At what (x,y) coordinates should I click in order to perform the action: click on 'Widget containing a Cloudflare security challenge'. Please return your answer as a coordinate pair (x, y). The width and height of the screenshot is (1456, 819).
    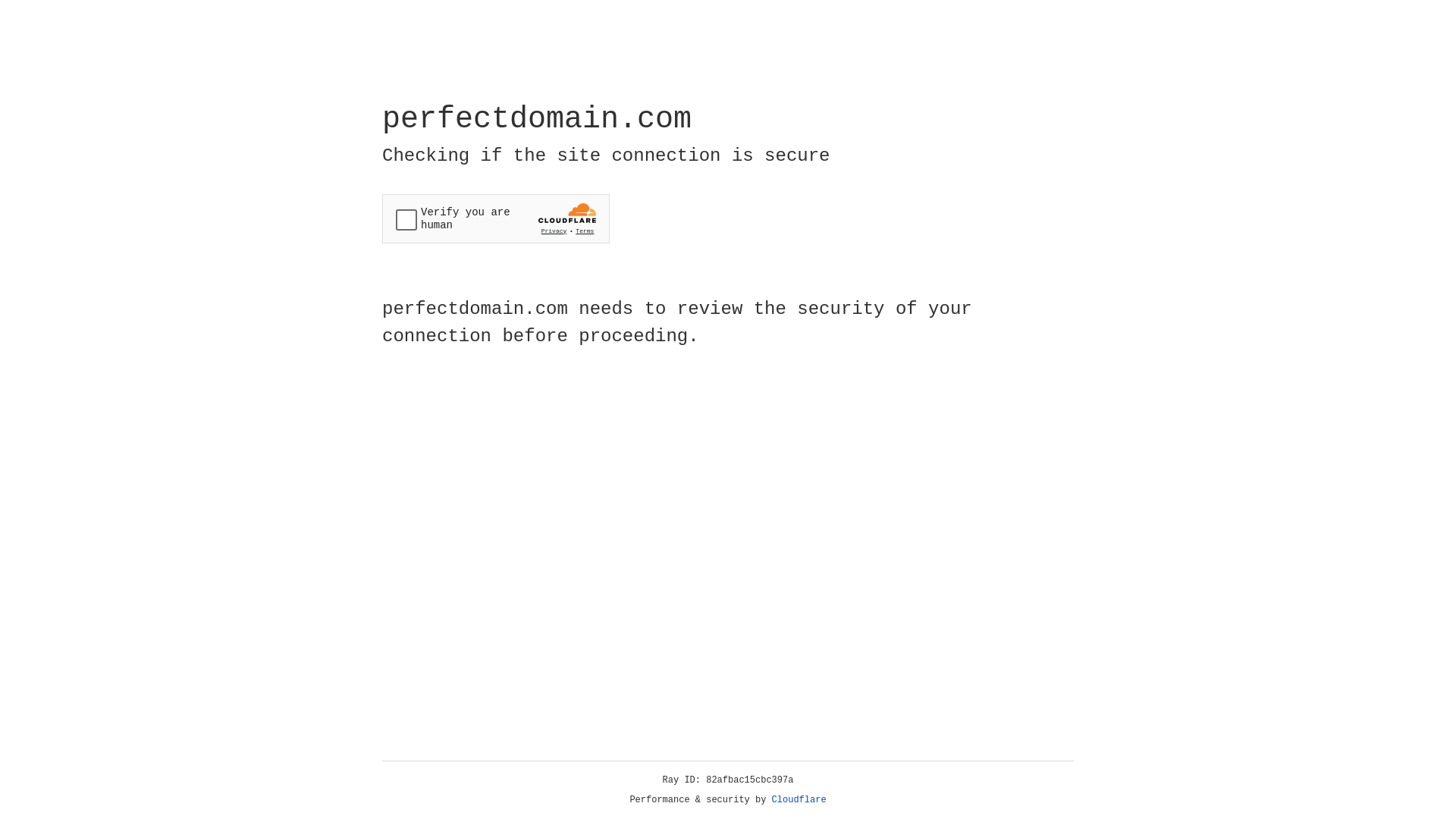
    Looking at the image, I should click on (495, 218).